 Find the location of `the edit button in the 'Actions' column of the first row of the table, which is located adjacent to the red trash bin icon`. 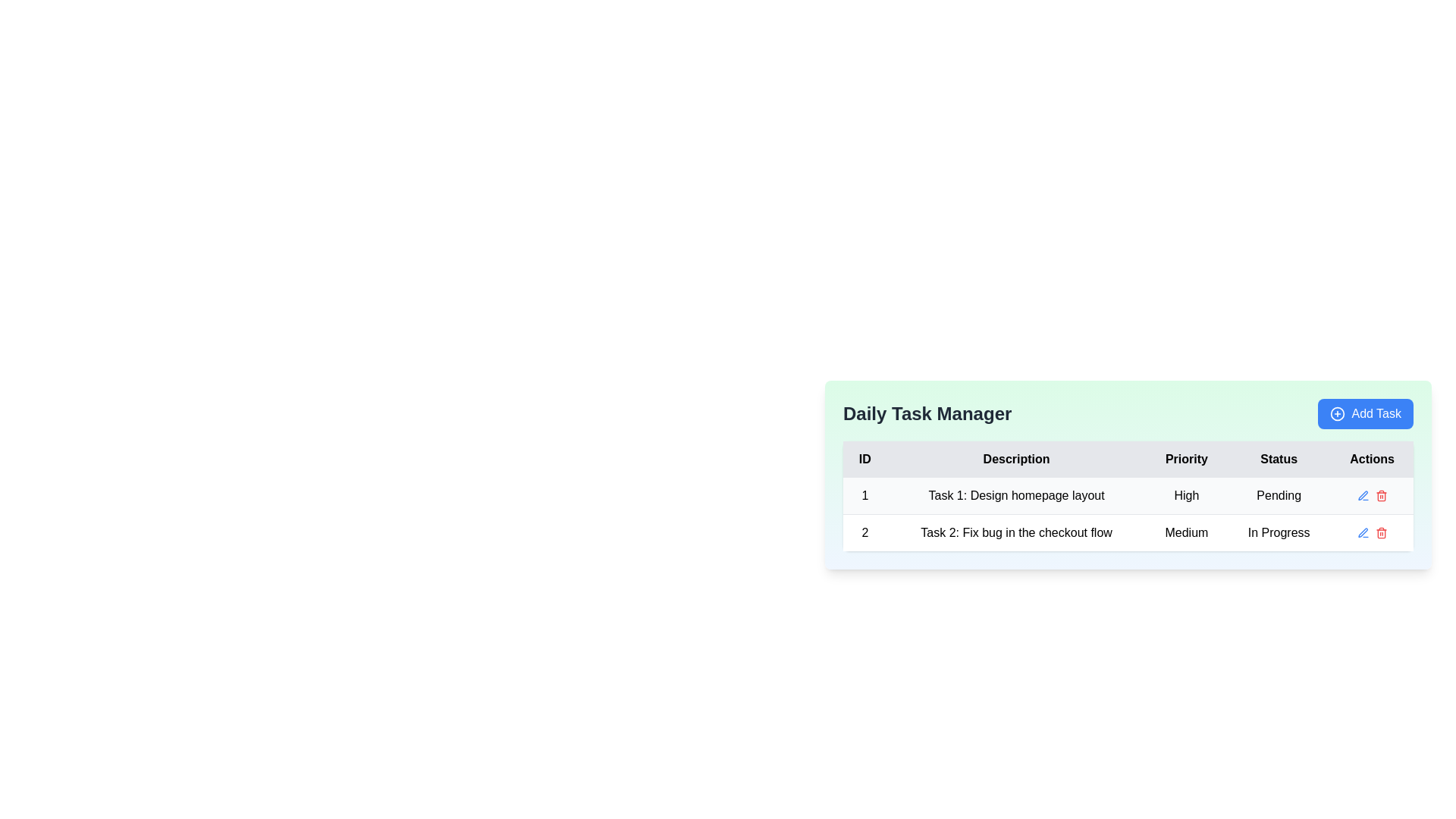

the edit button in the 'Actions' column of the first row of the table, which is located adjacent to the red trash bin icon is located at coordinates (1363, 532).